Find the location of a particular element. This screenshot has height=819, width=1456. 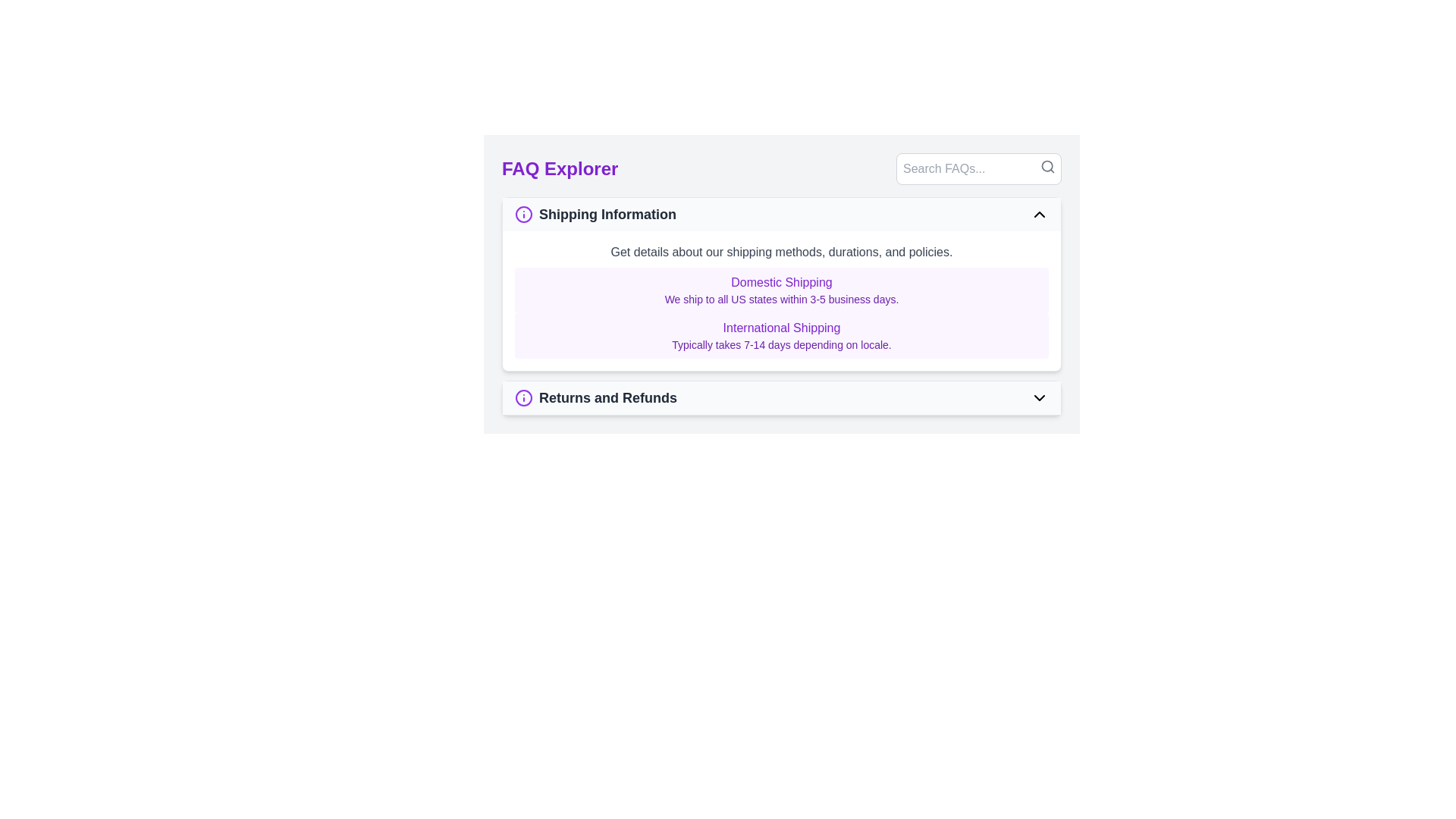

static text displaying 'Get details about our shipping methods, durations, and policies.' located in the 'Shipping Information' section of the FAQ Explorer interface is located at coordinates (782, 251).